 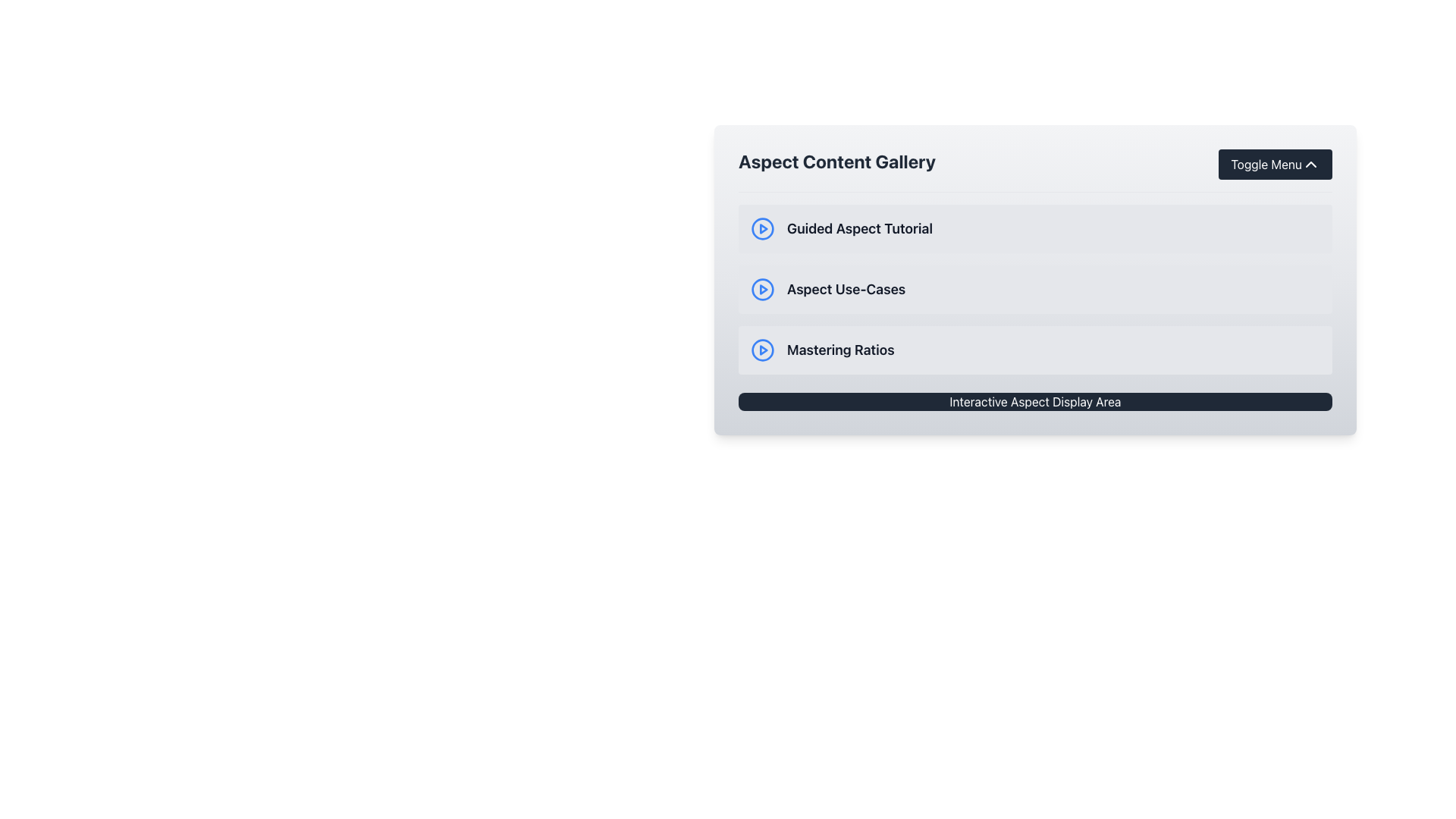 What do you see at coordinates (763, 228) in the screenshot?
I see `the play icon located in the leftmost section of the 'Guided Aspect Tutorial' row` at bounding box center [763, 228].